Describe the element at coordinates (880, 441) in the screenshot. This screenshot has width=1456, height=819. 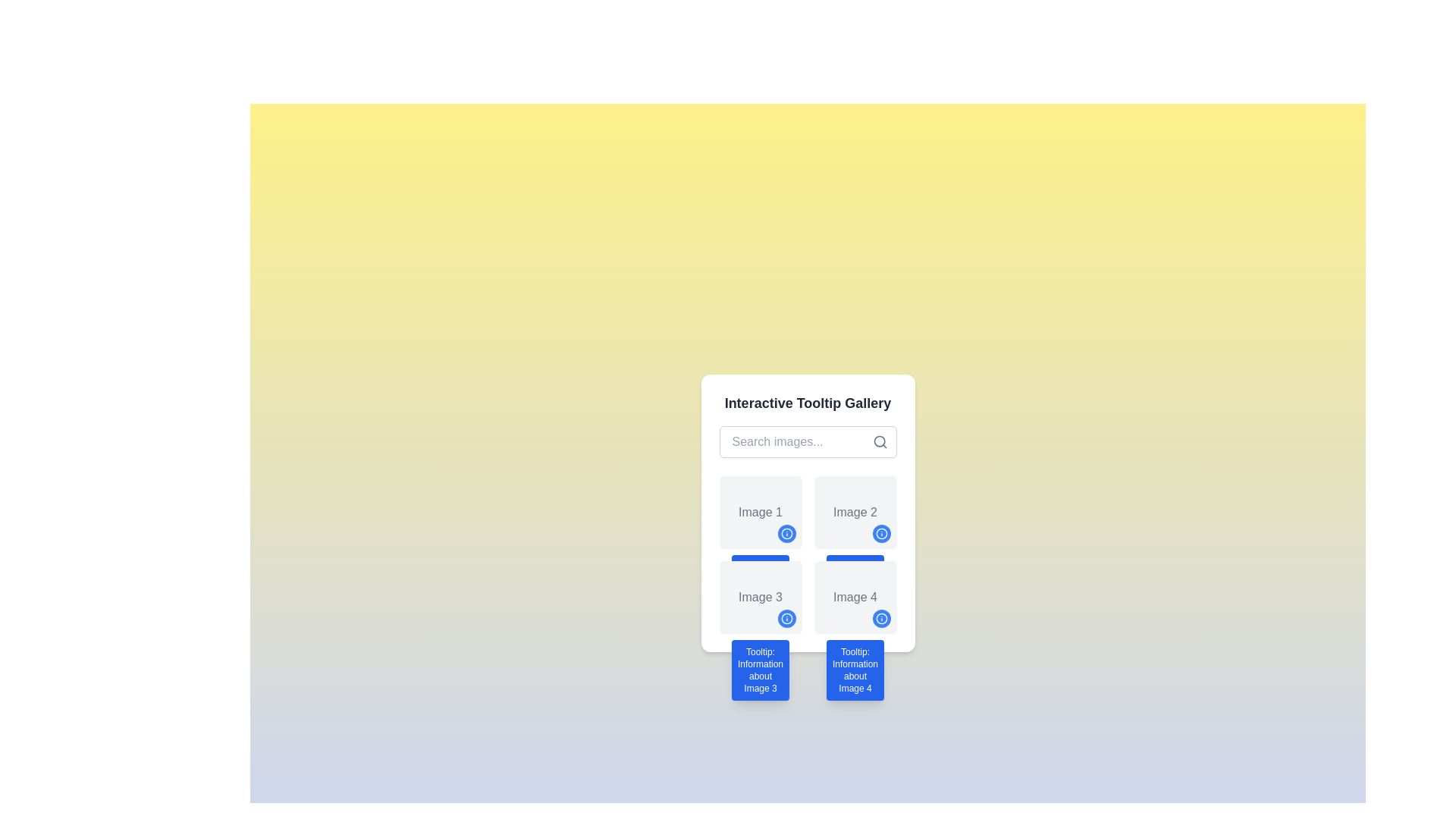
I see `the search icon located near the right edge of the search input bar in the 'Interactive Tooltip Gallery' to invoke a search action` at that location.